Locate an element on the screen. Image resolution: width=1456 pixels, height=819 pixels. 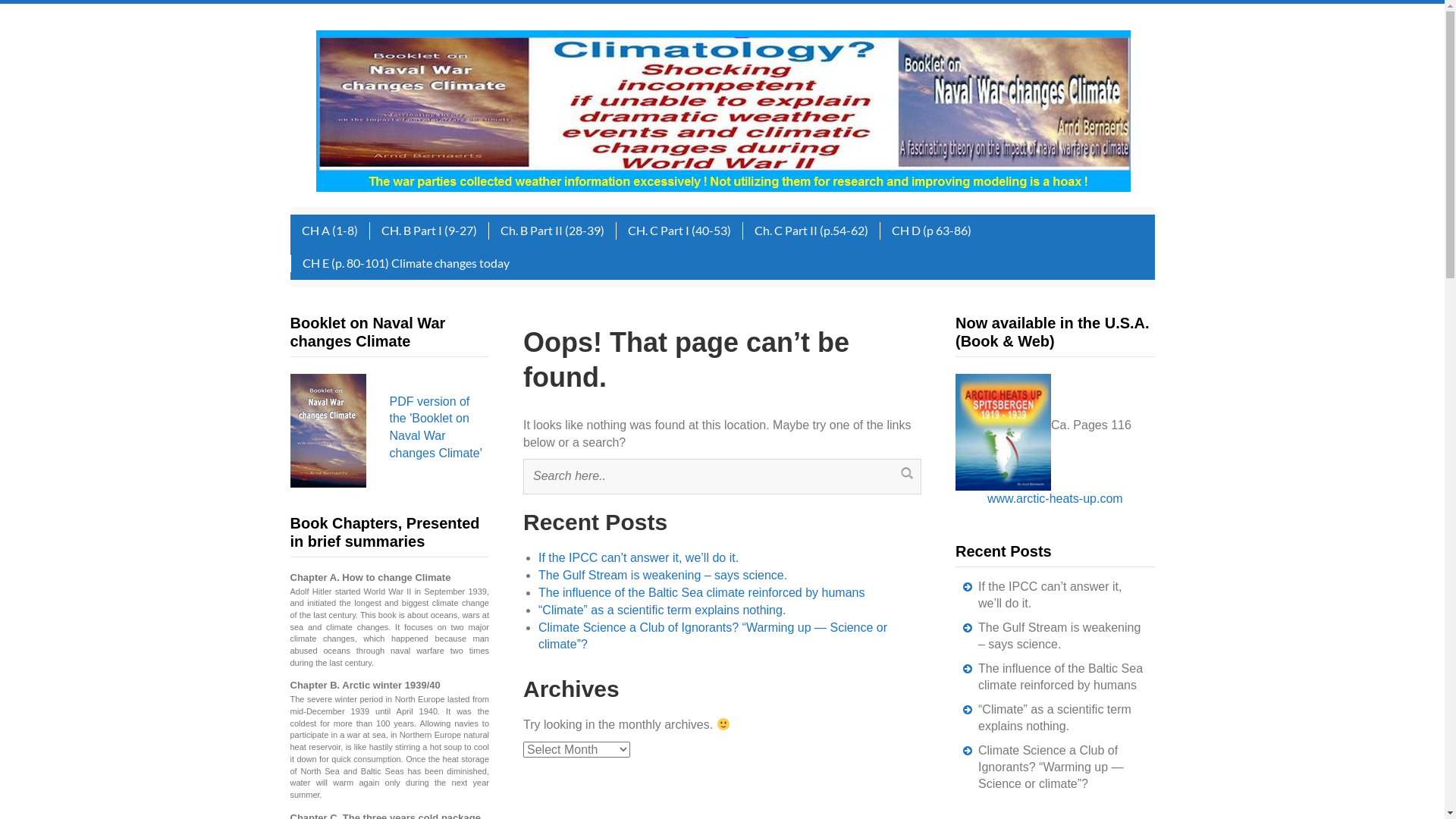
'CH. B Part I (9-27)' is located at coordinates (427, 231).